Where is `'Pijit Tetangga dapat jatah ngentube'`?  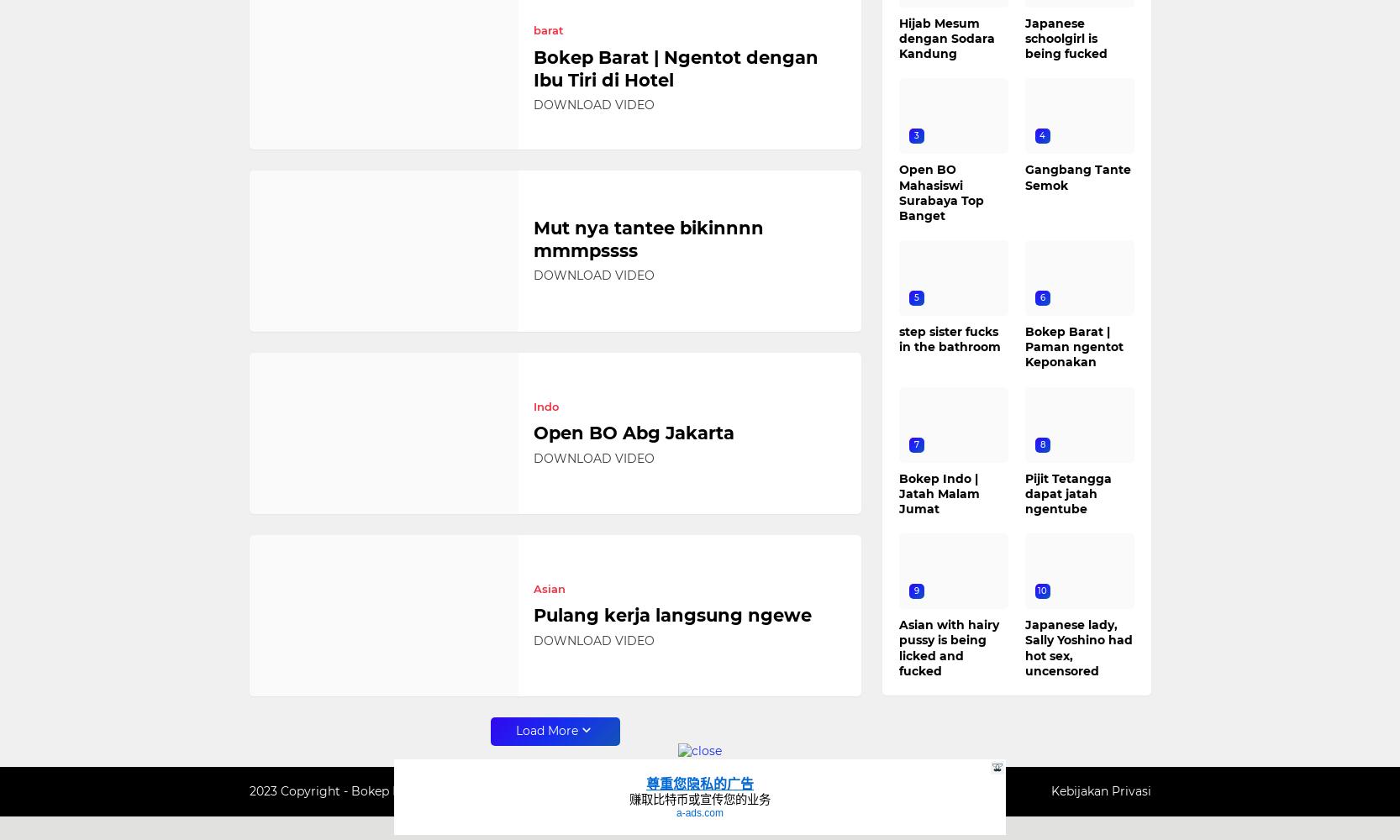
'Pijit Tetangga dapat jatah ngentube' is located at coordinates (1066, 492).